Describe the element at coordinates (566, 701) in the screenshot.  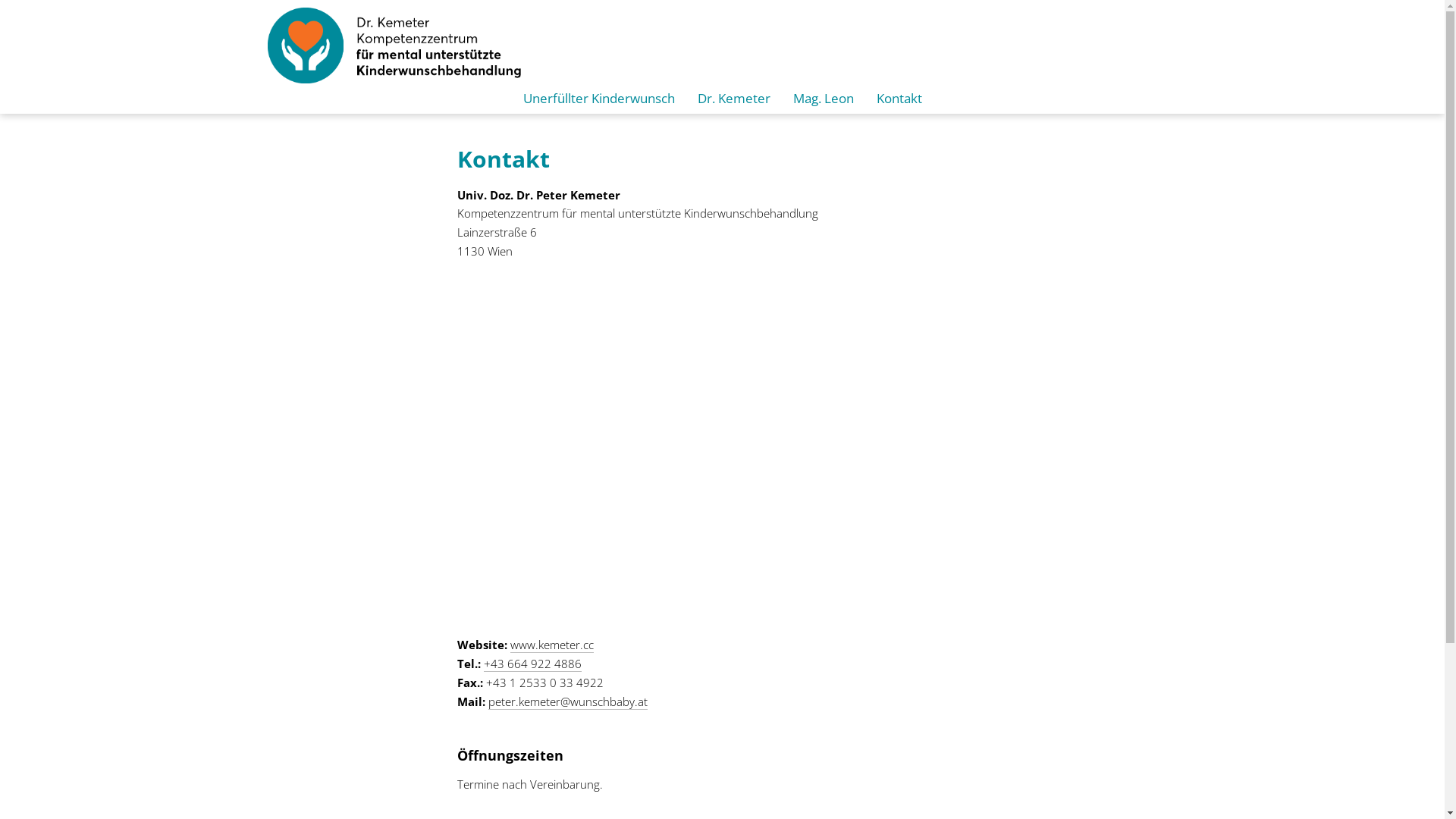
I see `'peter.kemeter@wunschbaby.at'` at that location.